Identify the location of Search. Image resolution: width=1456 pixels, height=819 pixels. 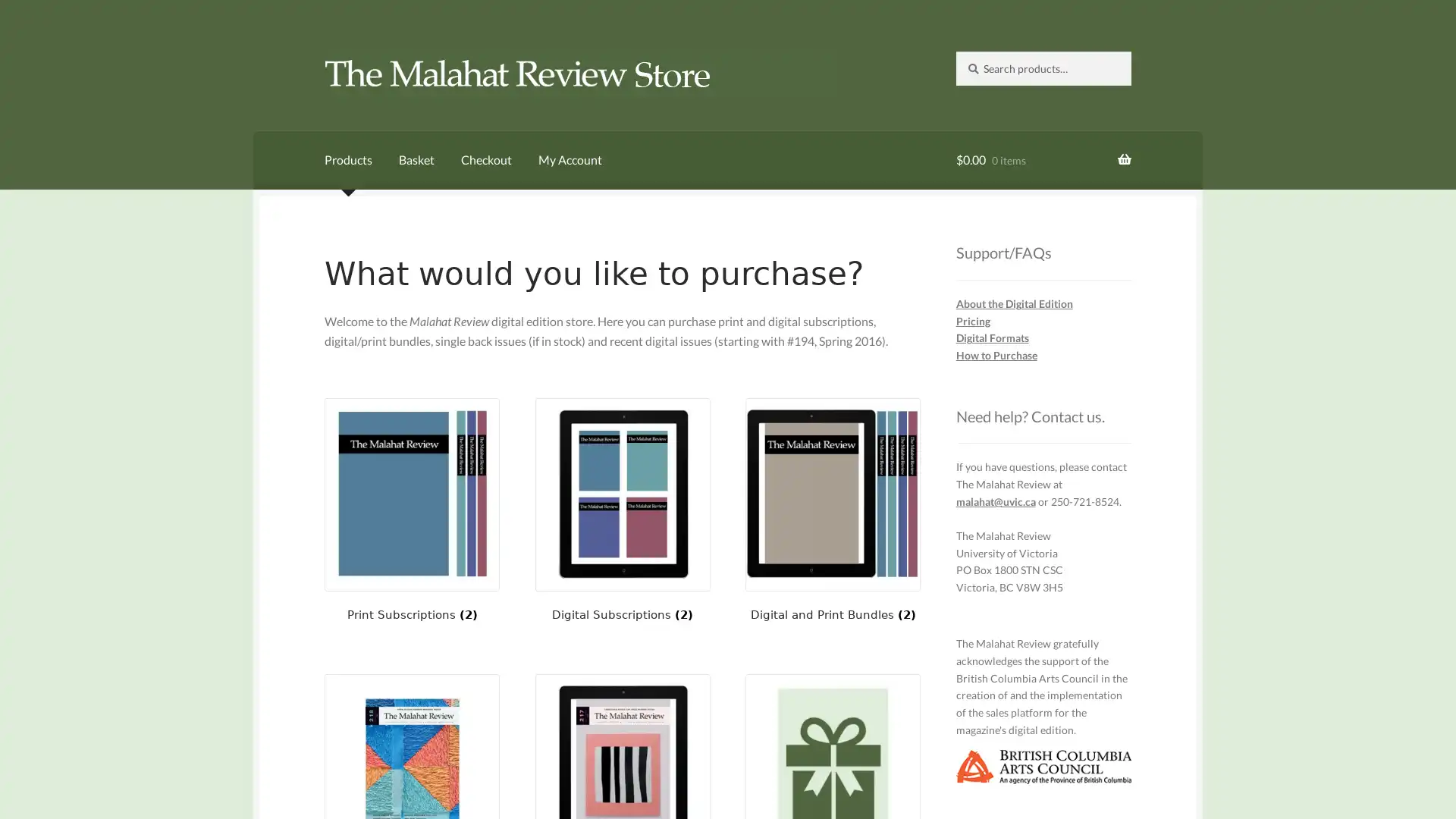
(954, 49).